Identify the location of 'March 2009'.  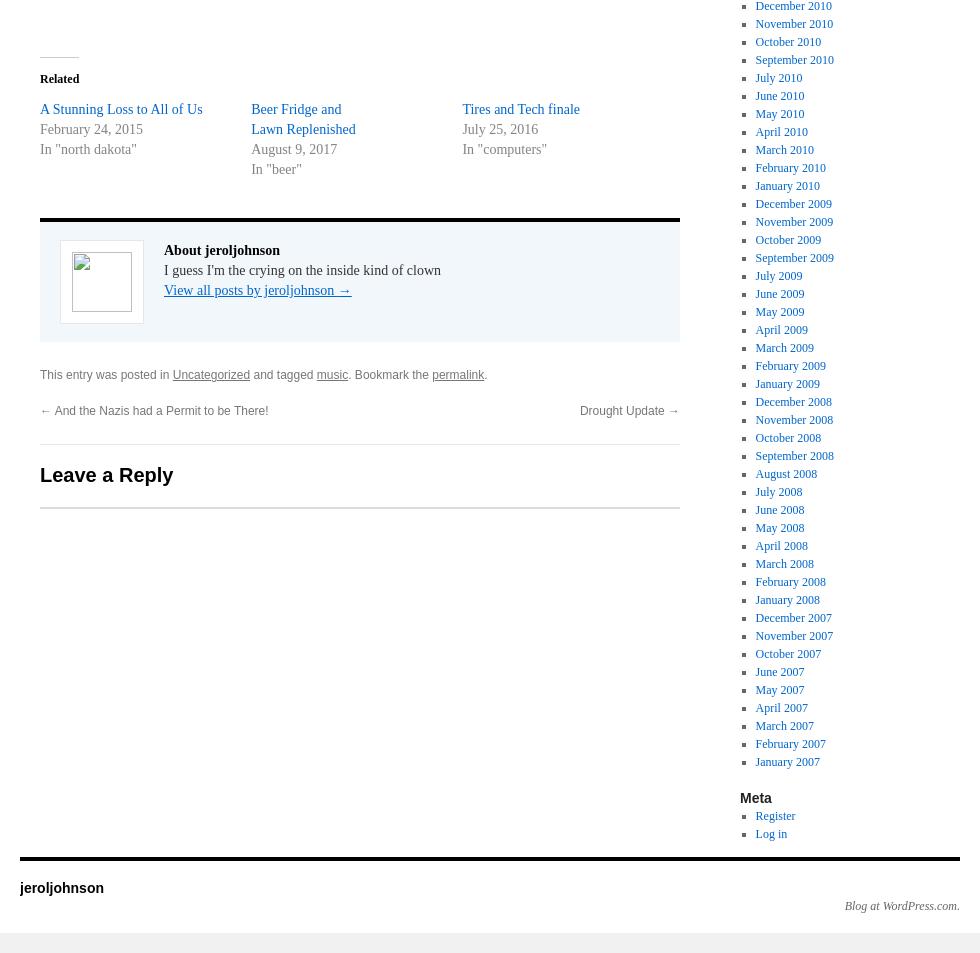
(784, 347).